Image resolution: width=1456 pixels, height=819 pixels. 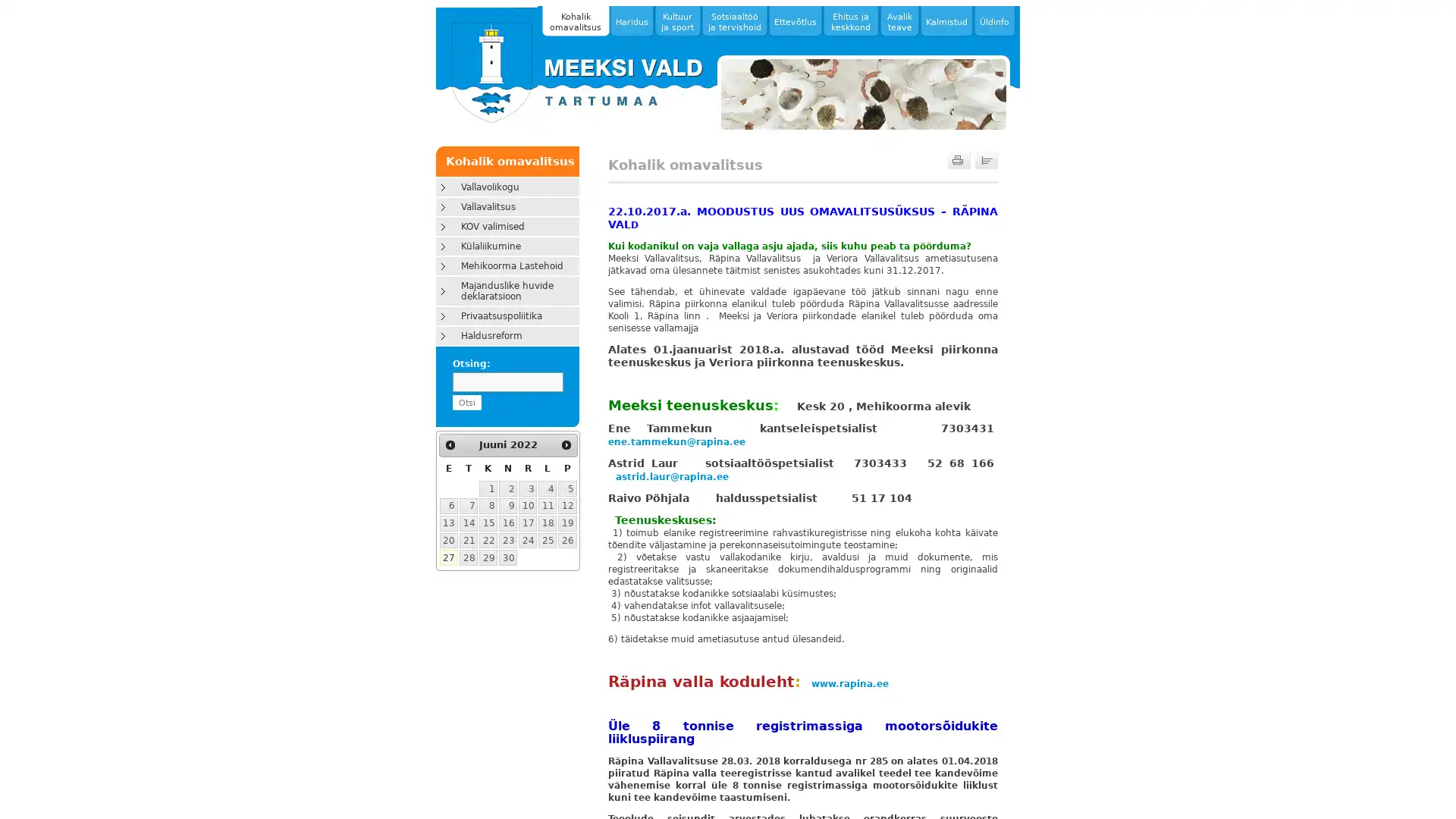 What do you see at coordinates (465, 402) in the screenshot?
I see `Otsi` at bounding box center [465, 402].